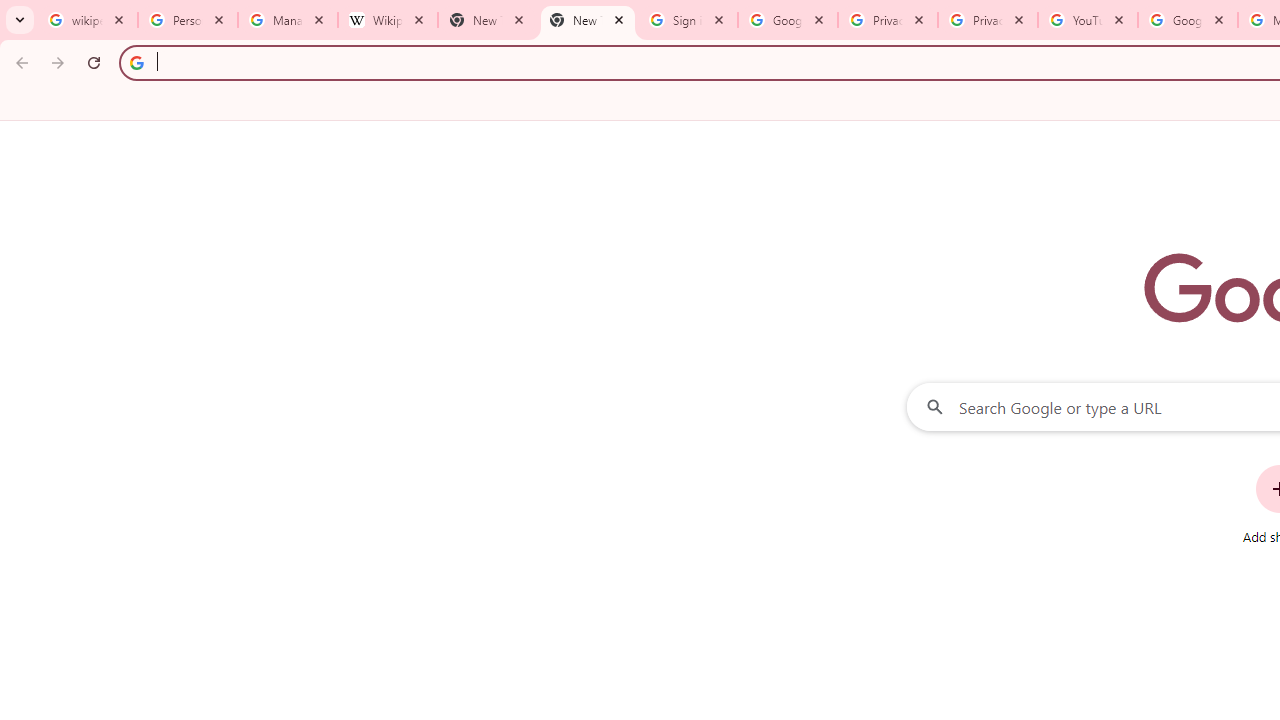 The height and width of the screenshot is (720, 1280). Describe the element at coordinates (188, 20) in the screenshot. I see `'Personalization & Google Search results - Google Search Help'` at that location.